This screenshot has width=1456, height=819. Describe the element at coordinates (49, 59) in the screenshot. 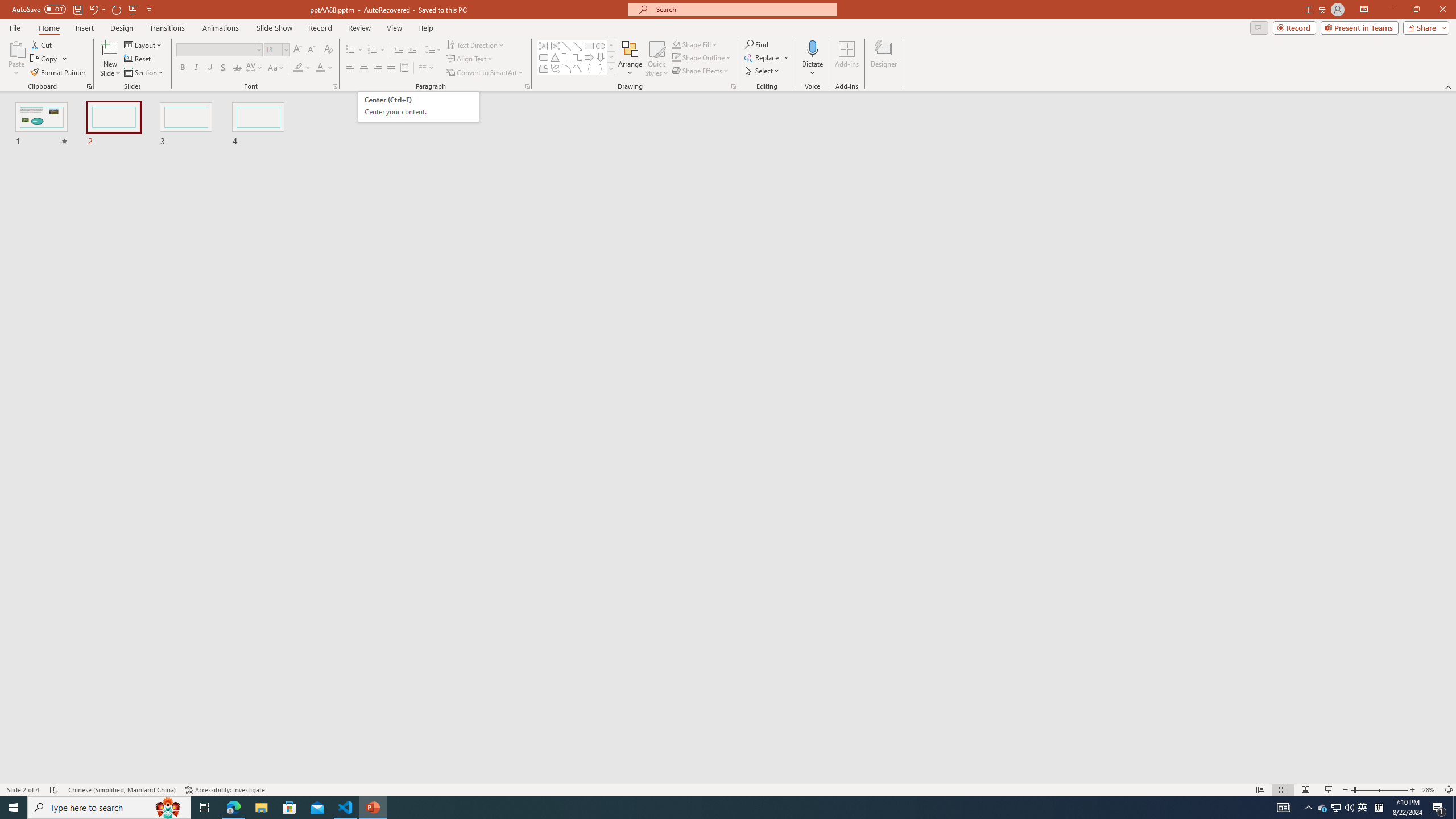

I see `'Copy'` at that location.